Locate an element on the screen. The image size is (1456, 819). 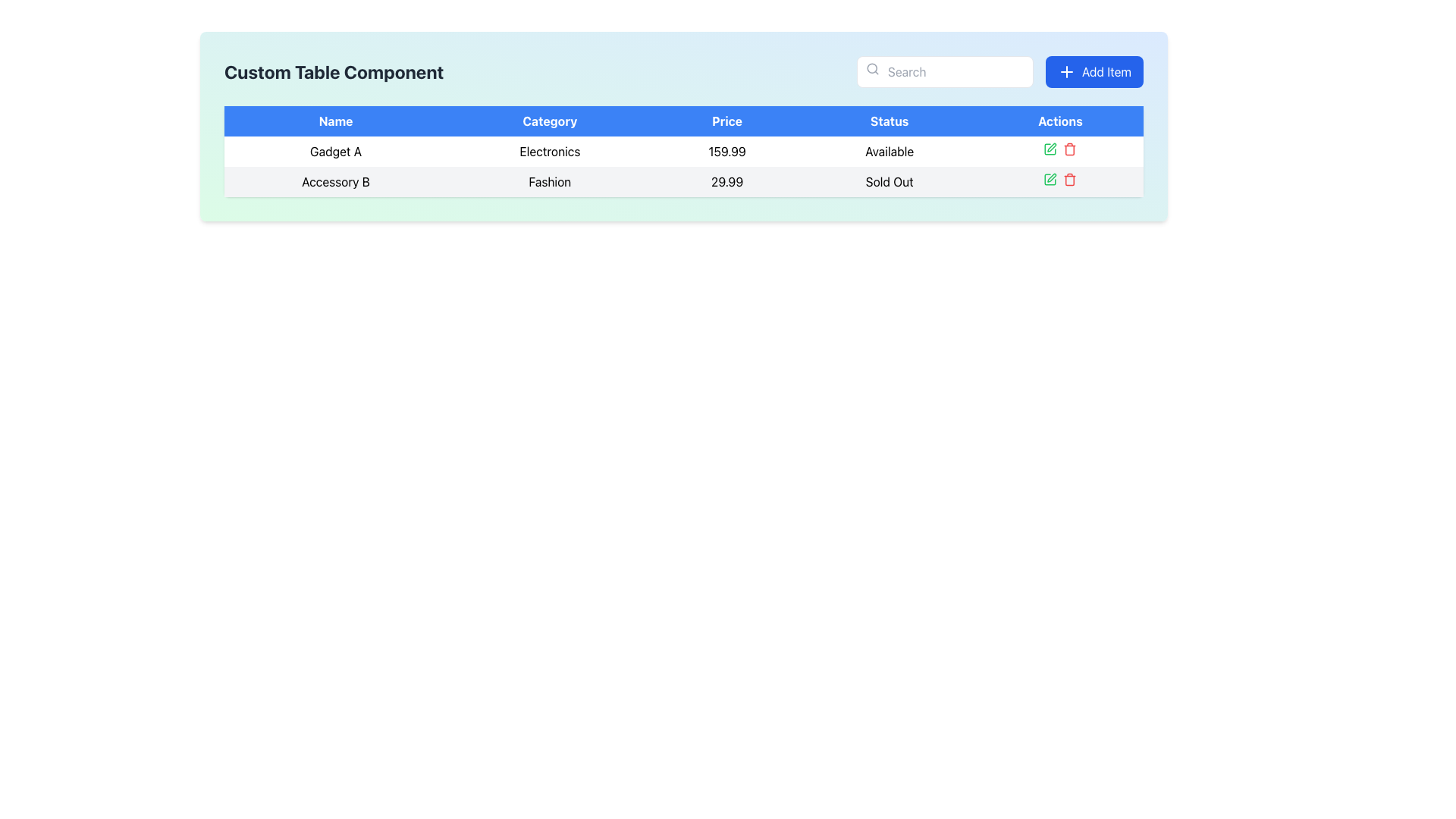
the 'Electronics' text label in the second column of the first row of the table, which is styled with padding and a plain black font is located at coordinates (549, 152).